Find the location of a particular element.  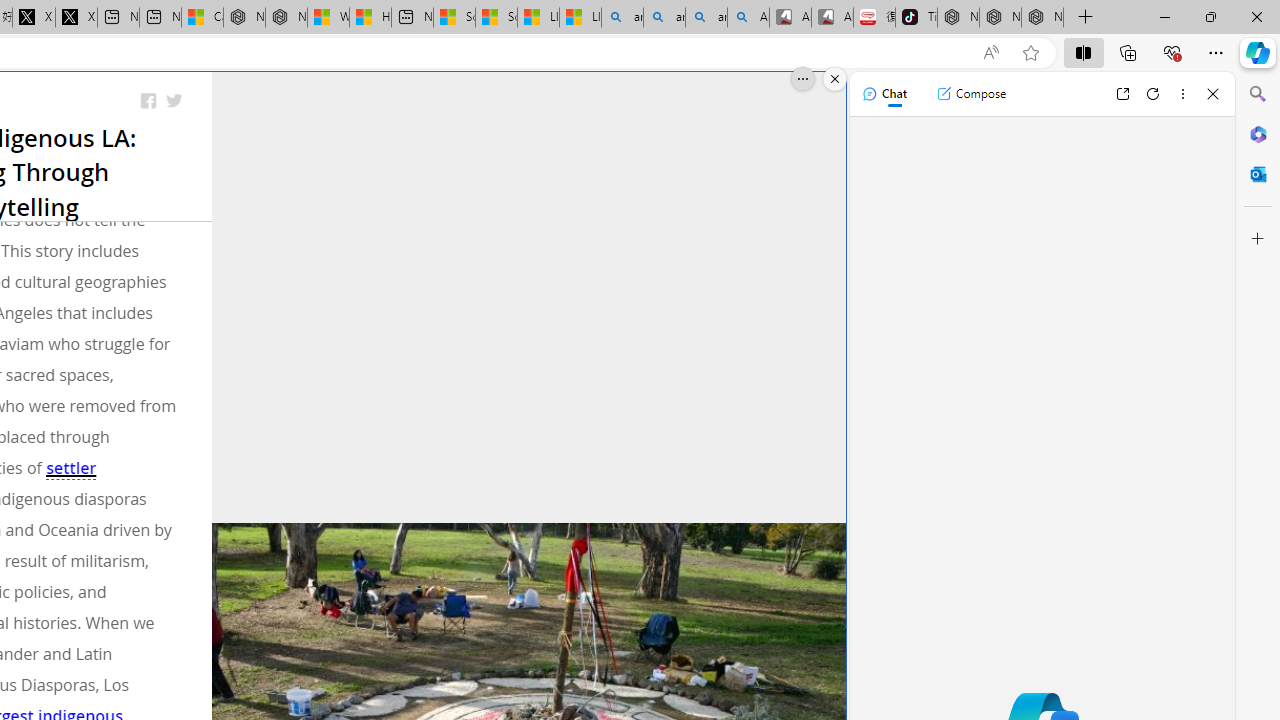

'Compose' is located at coordinates (971, 93).